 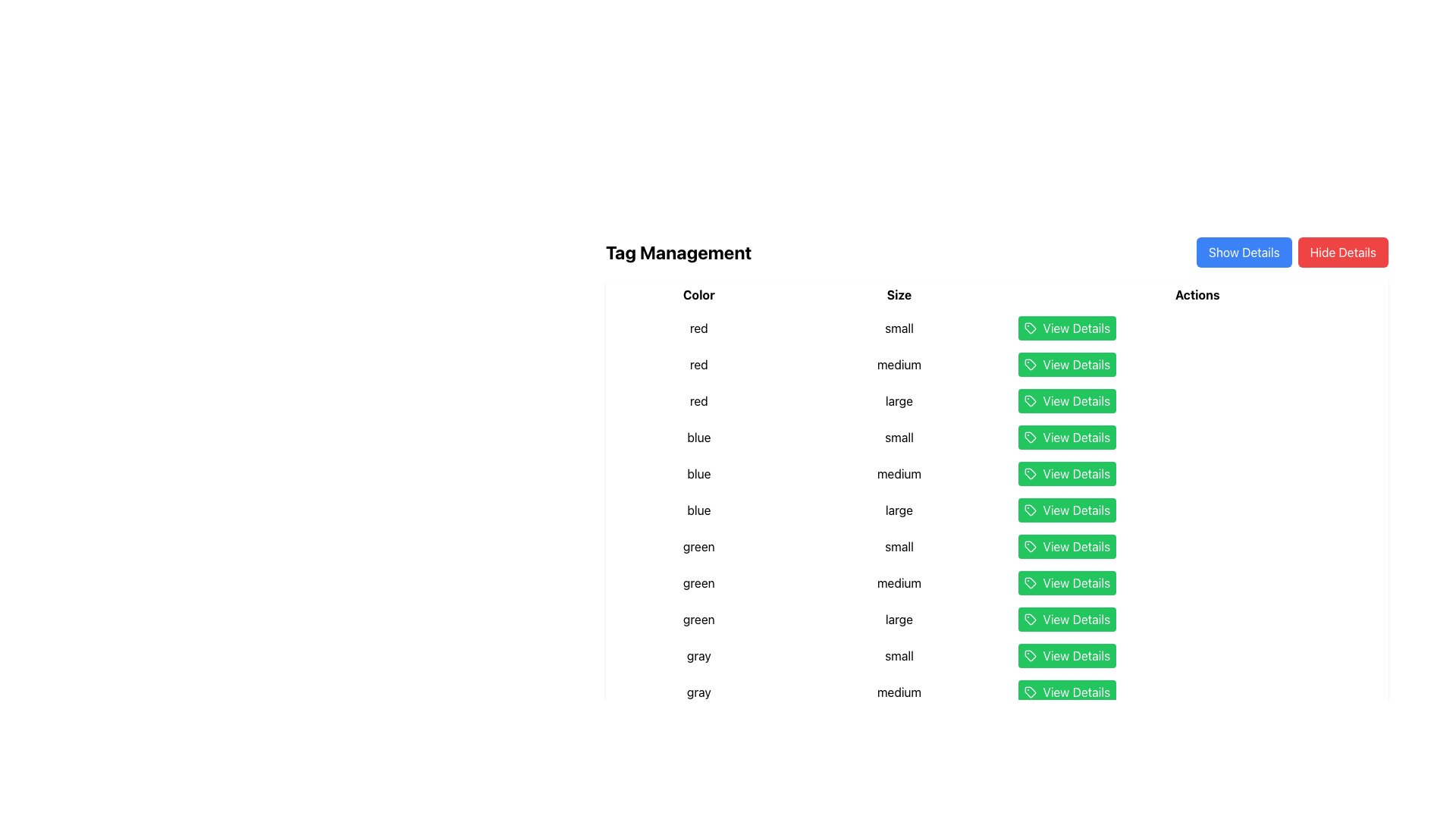 What do you see at coordinates (899, 327) in the screenshot?
I see `the label displaying the text 'small' located under the 'Size' column in the table, positioned between 'red' and 'View Details'` at bounding box center [899, 327].